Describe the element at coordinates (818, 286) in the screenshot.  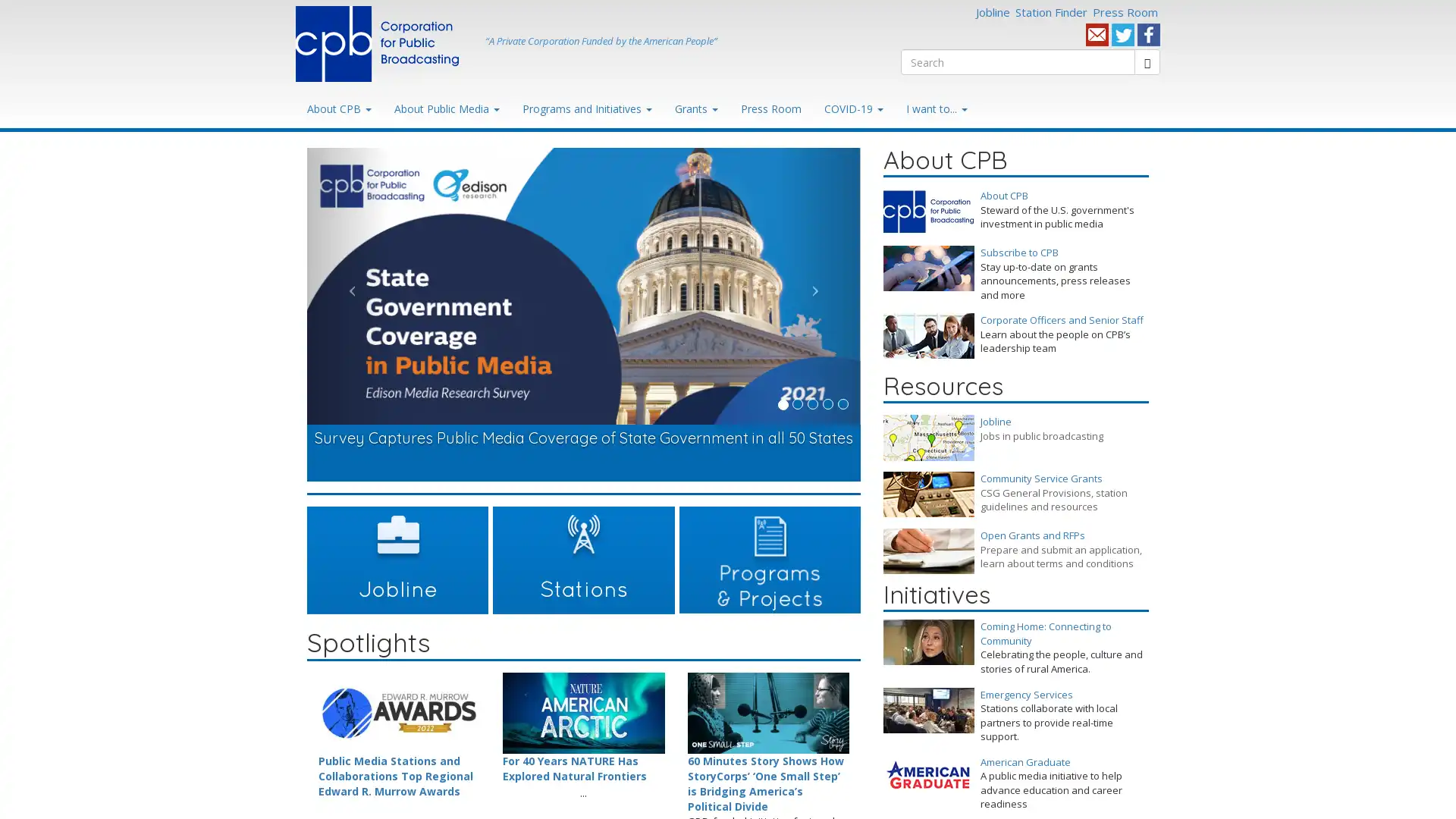
I see `Next` at that location.